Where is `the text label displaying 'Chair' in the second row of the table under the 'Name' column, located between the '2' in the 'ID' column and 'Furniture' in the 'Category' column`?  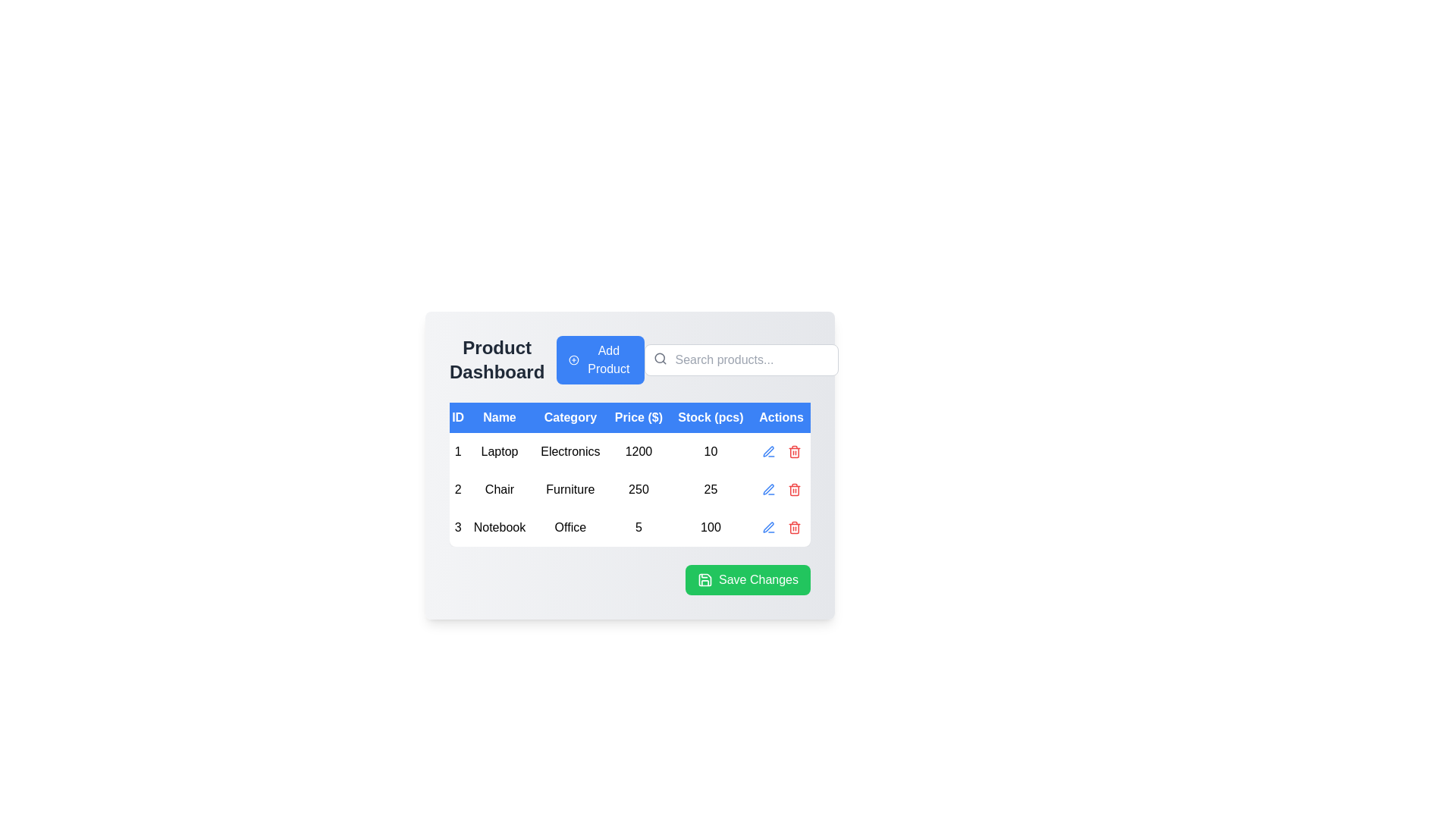
the text label displaying 'Chair' in the second row of the table under the 'Name' column, located between the '2' in the 'ID' column and 'Furniture' in the 'Category' column is located at coordinates (499, 489).